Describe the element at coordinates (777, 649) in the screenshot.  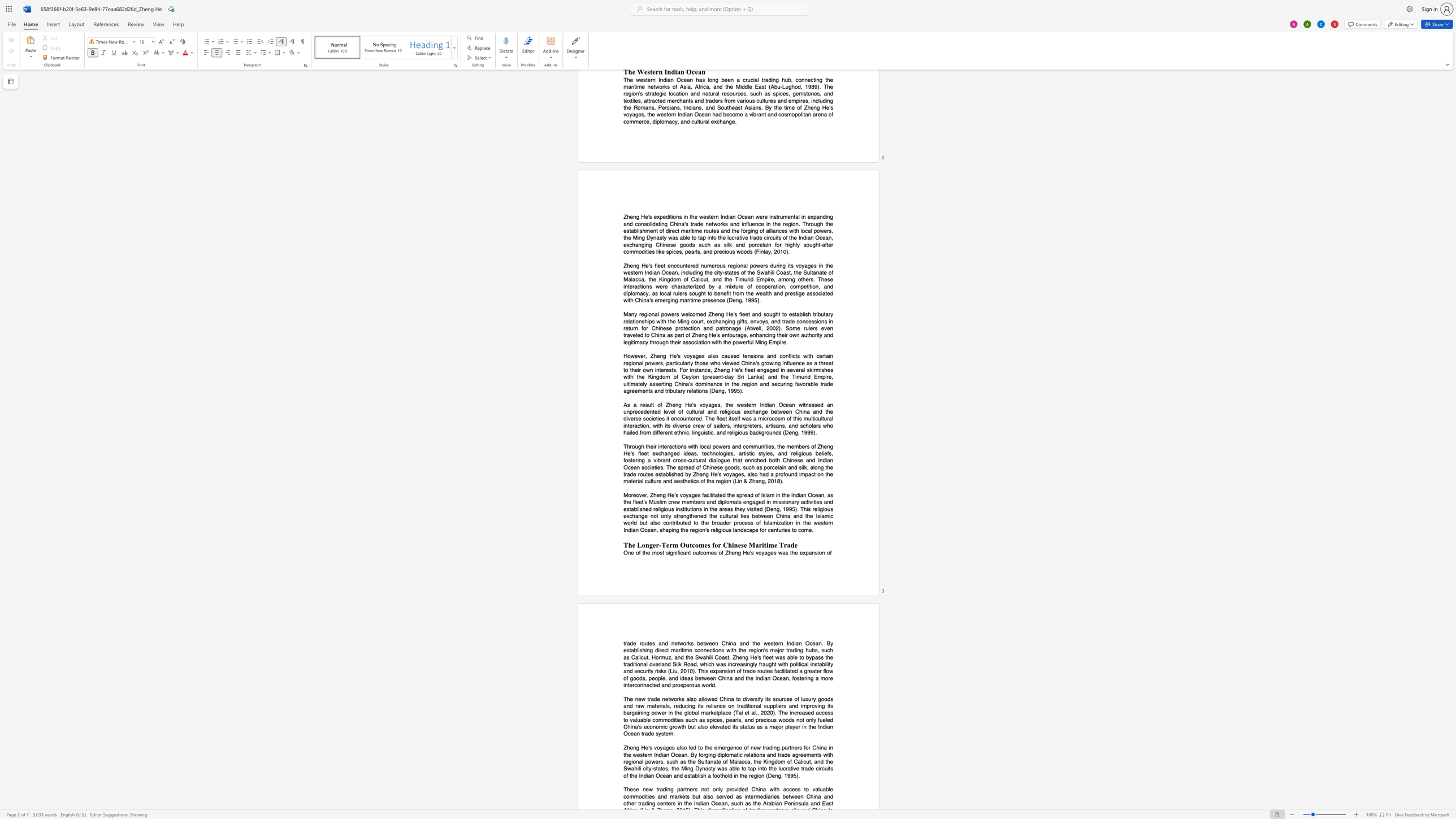
I see `the subset text "jor tradin" within the text "direct maritime connections with the region"` at that location.